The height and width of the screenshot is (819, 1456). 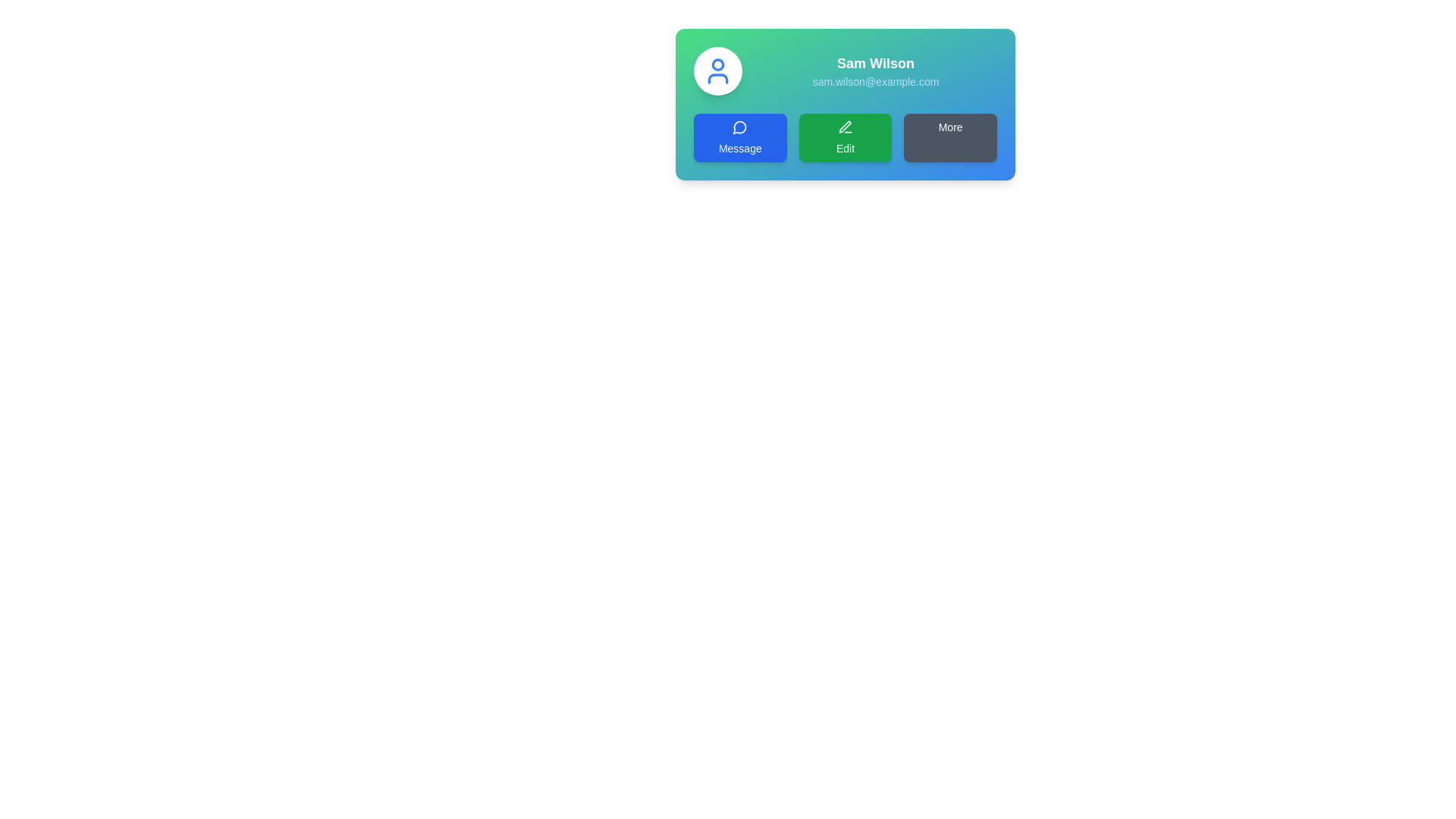 I want to click on the icon shape representing the shoulders and base of the user profile figure, located in the profile section of the interface, so click(x=717, y=79).